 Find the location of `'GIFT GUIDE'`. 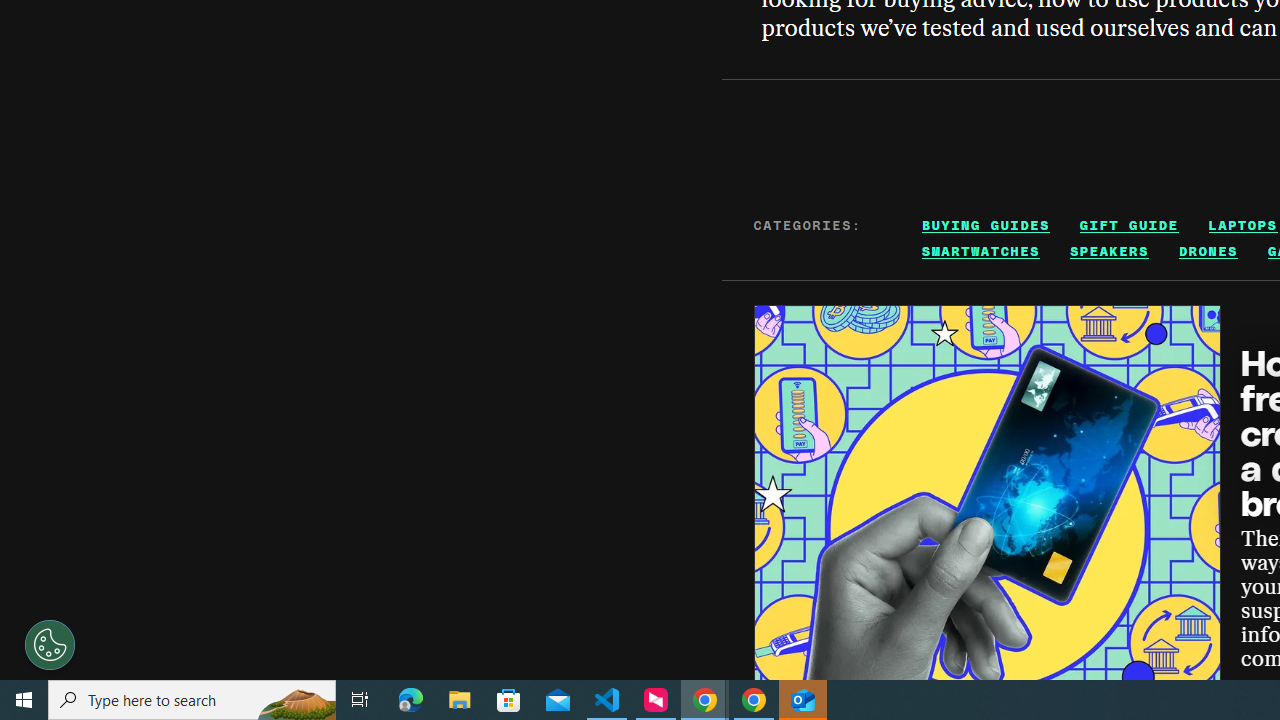

'GIFT GUIDE' is located at coordinates (1129, 225).